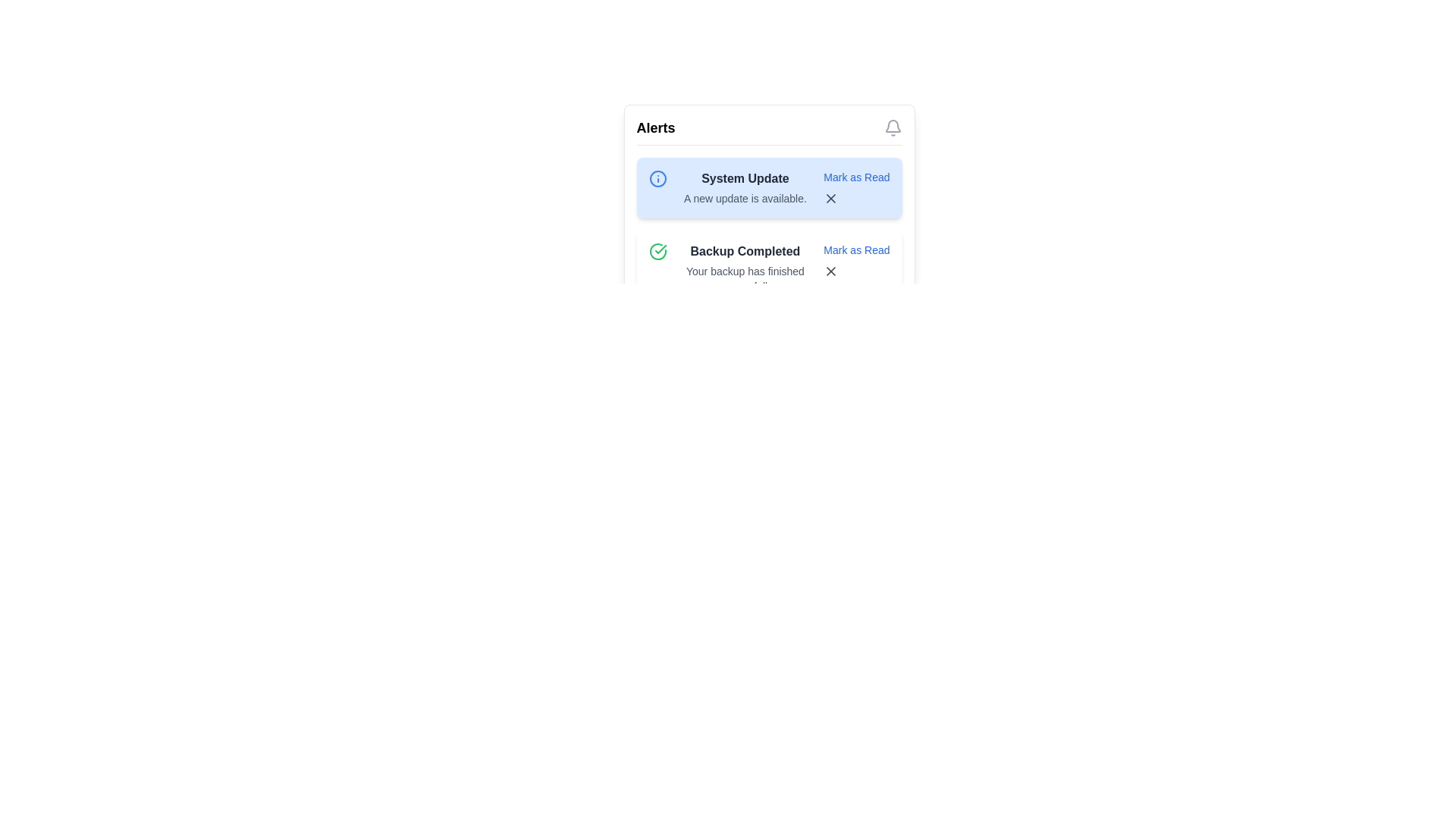 The image size is (1456, 819). I want to click on the 'System Update' notification element, which is displayed in bold dark gray text and contains a smaller message in light gray text about a new update being available, located within the first notification box under 'Alerts', so click(745, 187).